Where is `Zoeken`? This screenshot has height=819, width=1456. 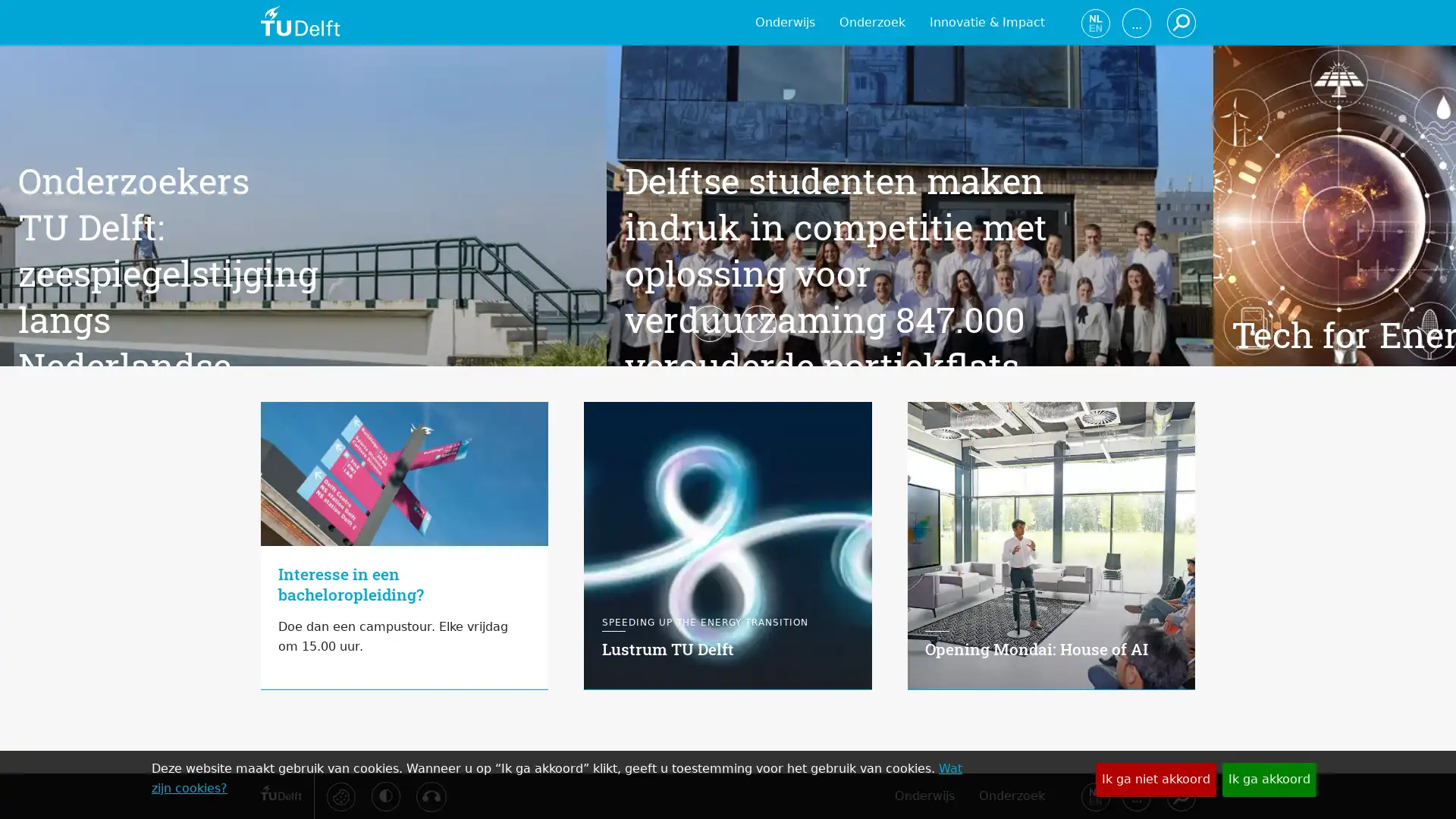 Zoeken is located at coordinates (1179, 795).